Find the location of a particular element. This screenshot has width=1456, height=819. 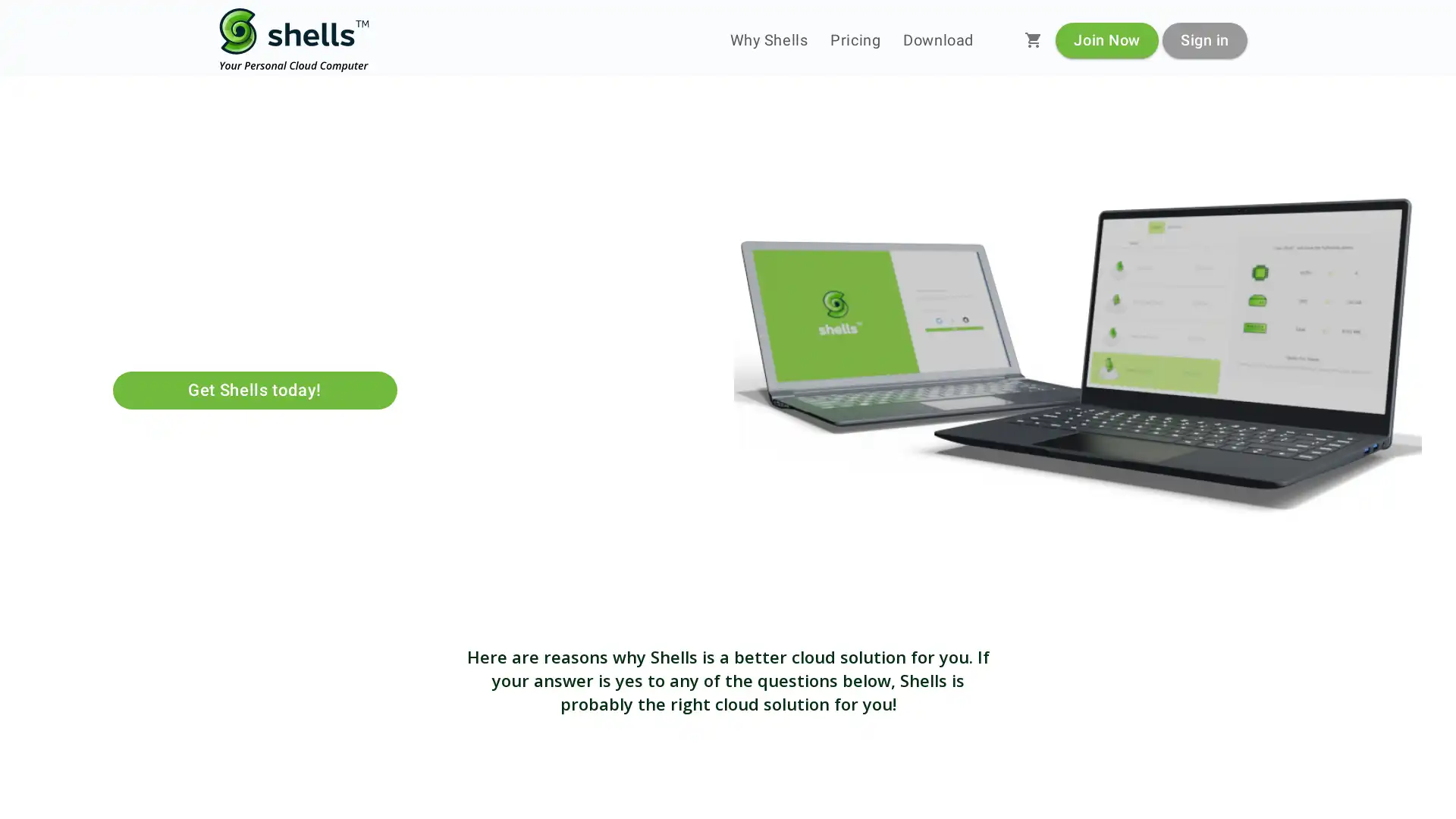

cart is located at coordinates (1033, 39).